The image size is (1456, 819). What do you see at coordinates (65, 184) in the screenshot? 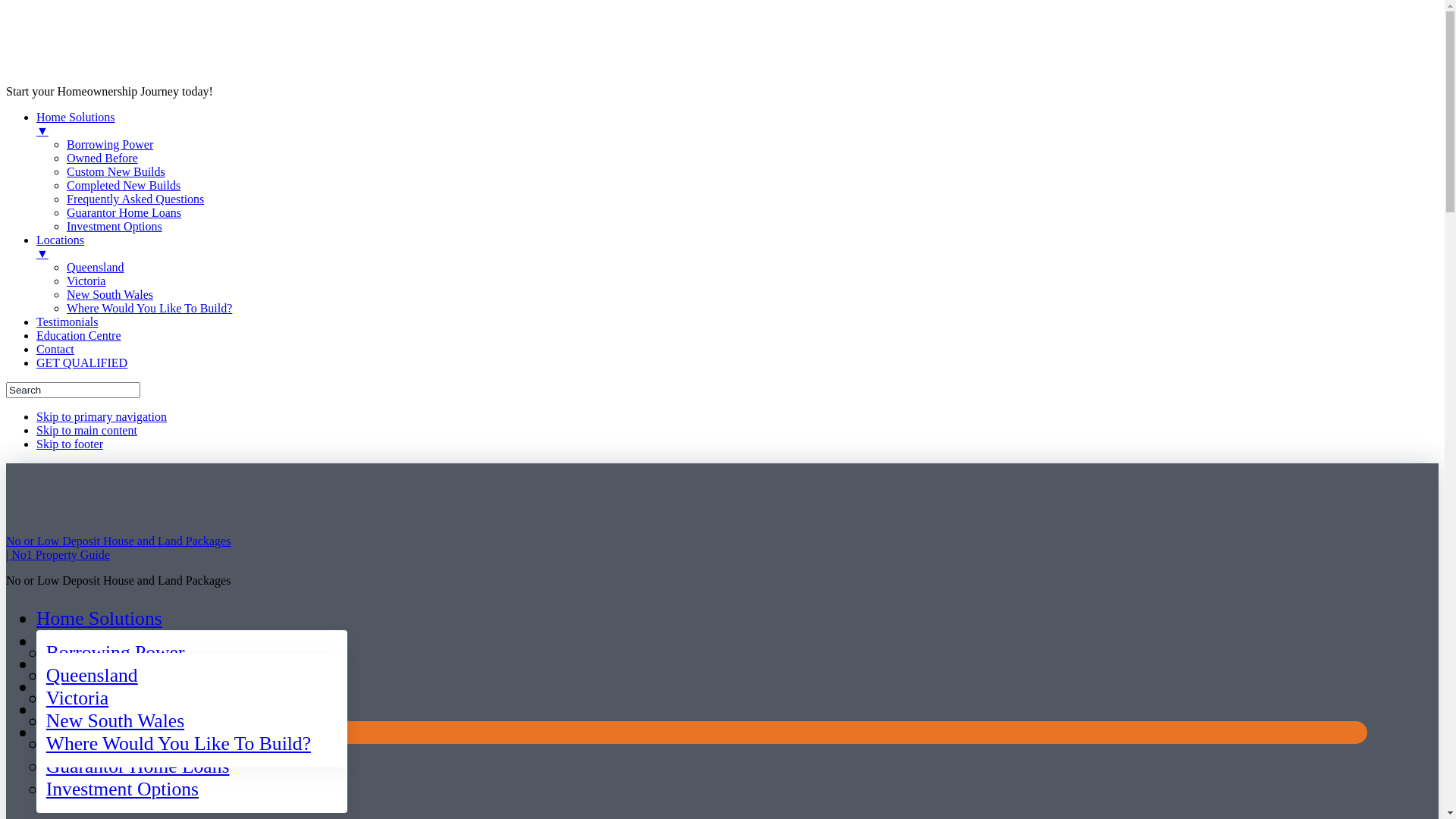
I see `'Completed New Builds'` at bounding box center [65, 184].